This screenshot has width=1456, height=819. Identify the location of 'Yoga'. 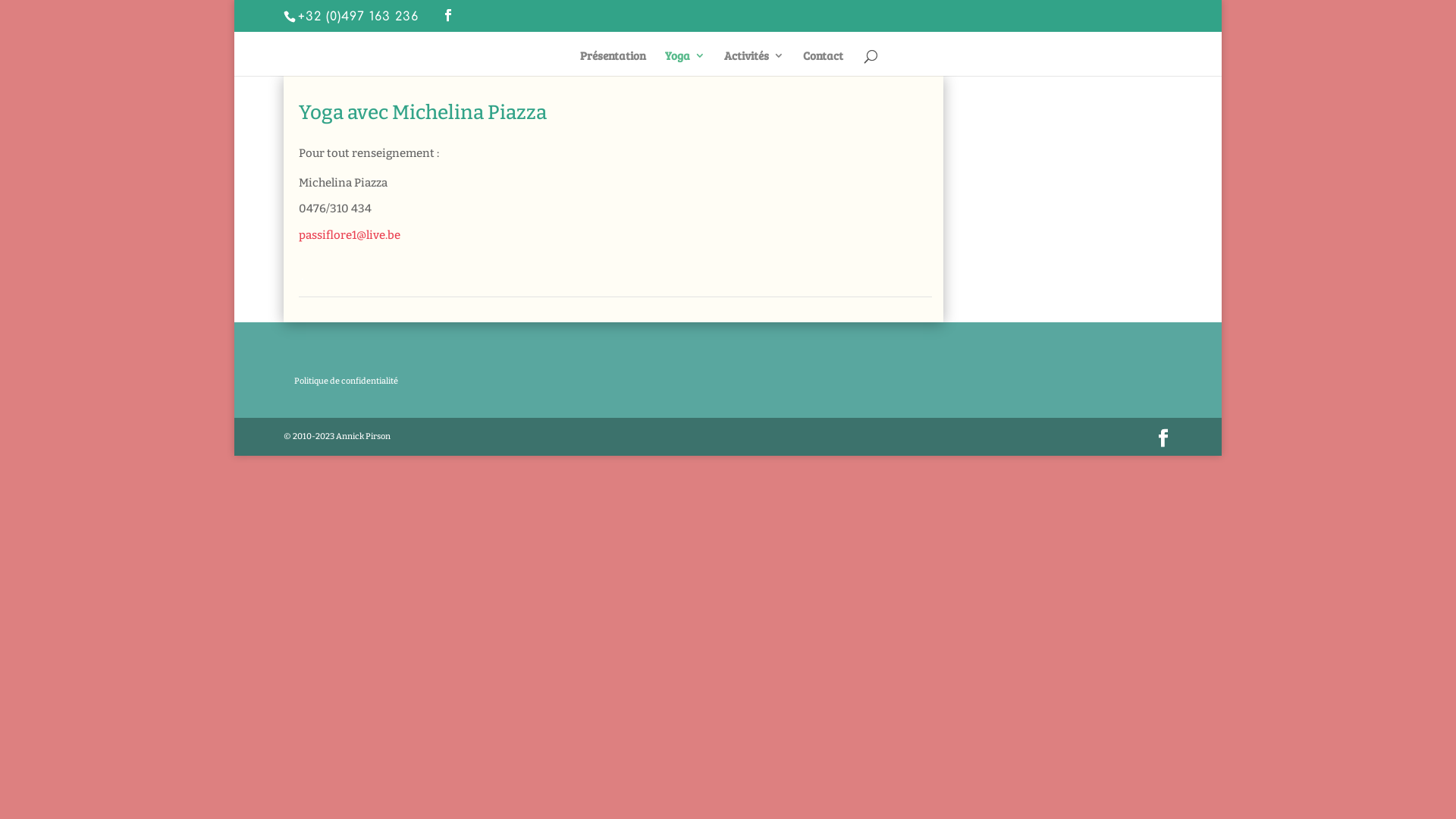
(684, 62).